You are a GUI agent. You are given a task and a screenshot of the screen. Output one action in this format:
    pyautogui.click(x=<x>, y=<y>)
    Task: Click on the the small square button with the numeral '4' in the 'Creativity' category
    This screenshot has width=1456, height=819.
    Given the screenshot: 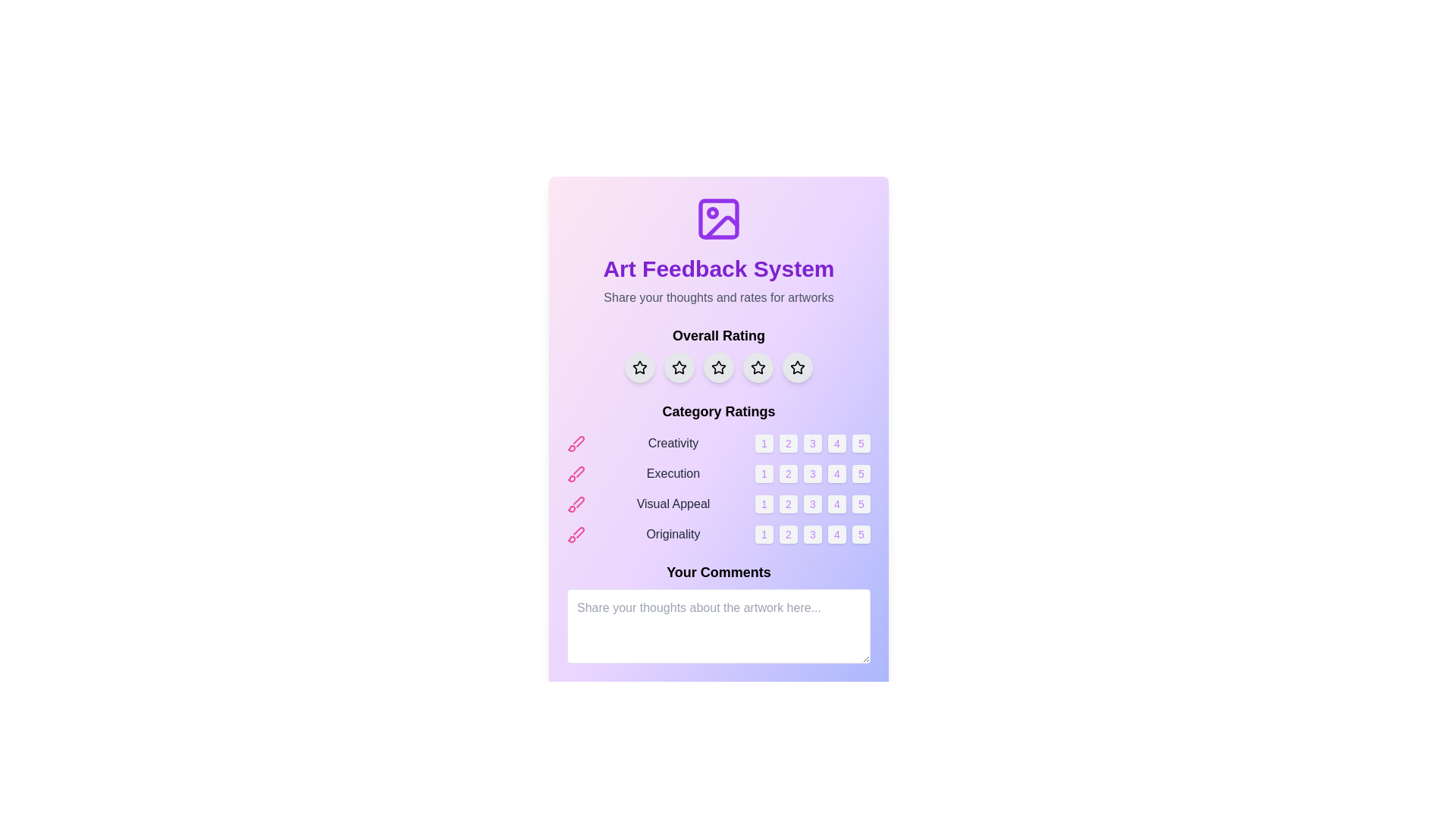 What is the action you would take?
    pyautogui.click(x=836, y=444)
    